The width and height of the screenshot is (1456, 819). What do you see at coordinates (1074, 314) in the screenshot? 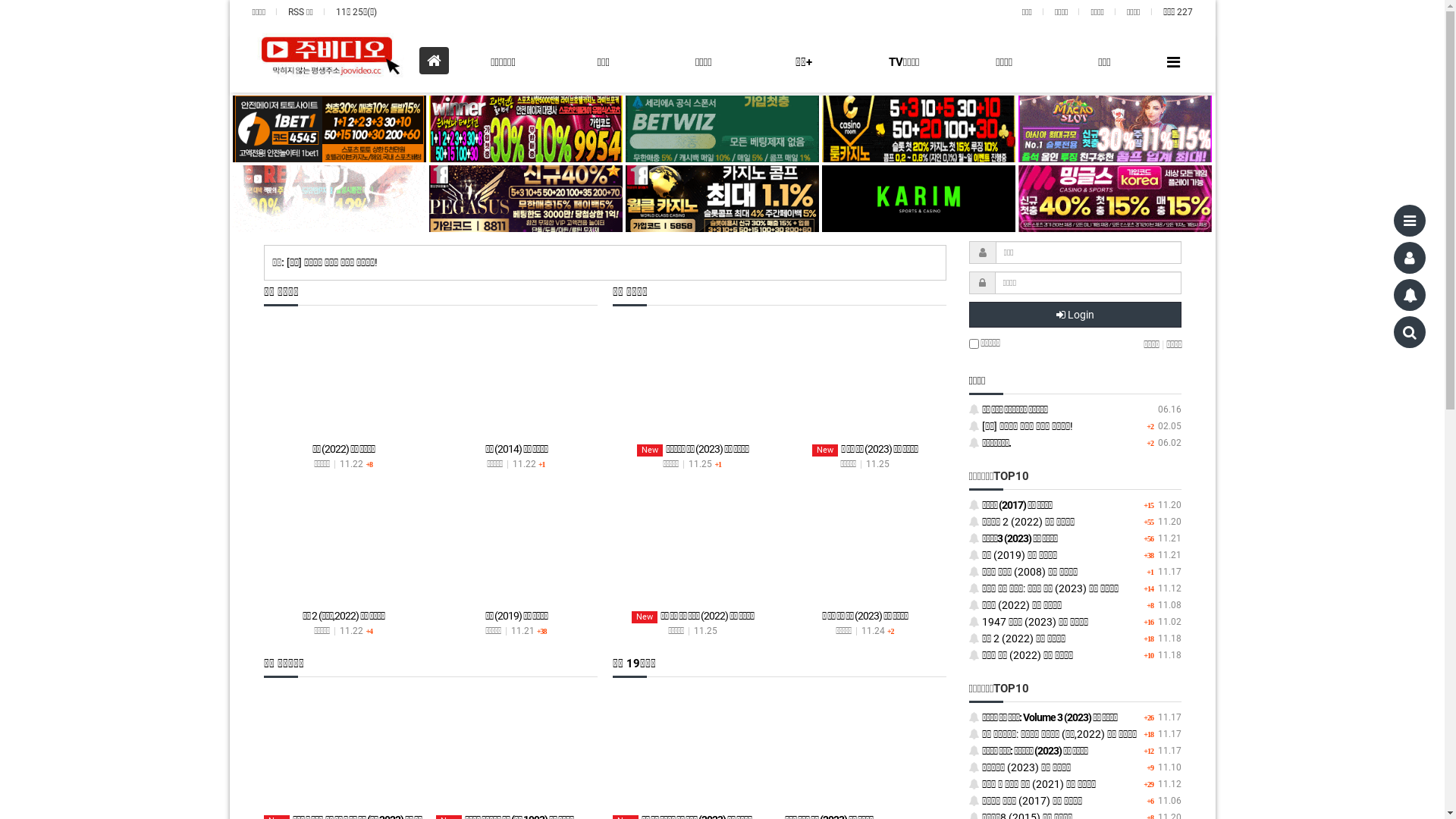
I see `'Login'` at bounding box center [1074, 314].